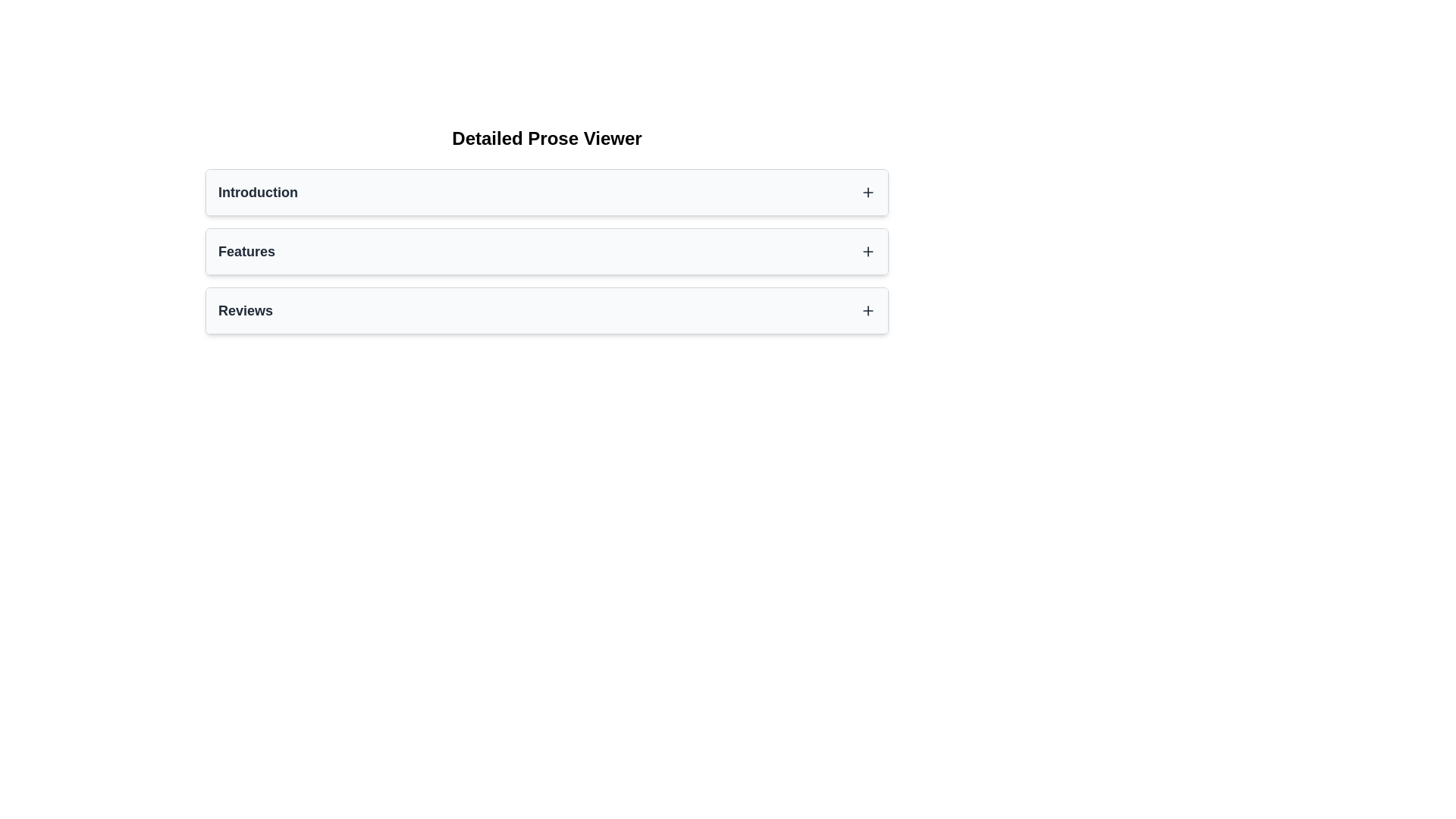 The image size is (1456, 819). I want to click on the second item in the interactive list labeled 'Features' within the 'Detailed Prose Viewer', so click(546, 250).